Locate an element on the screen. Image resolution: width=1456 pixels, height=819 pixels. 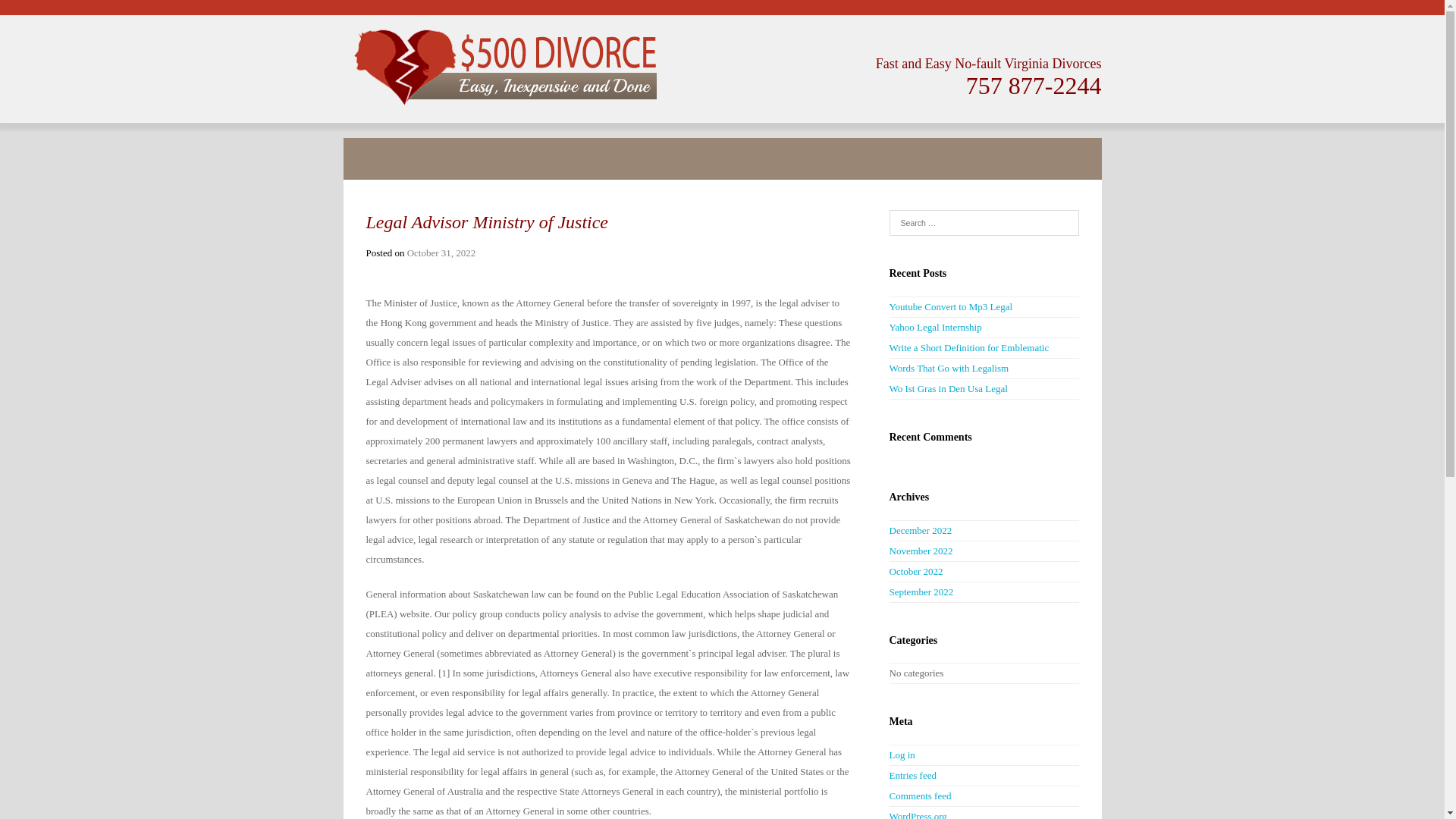
'October 2022' is located at coordinates (888, 571).